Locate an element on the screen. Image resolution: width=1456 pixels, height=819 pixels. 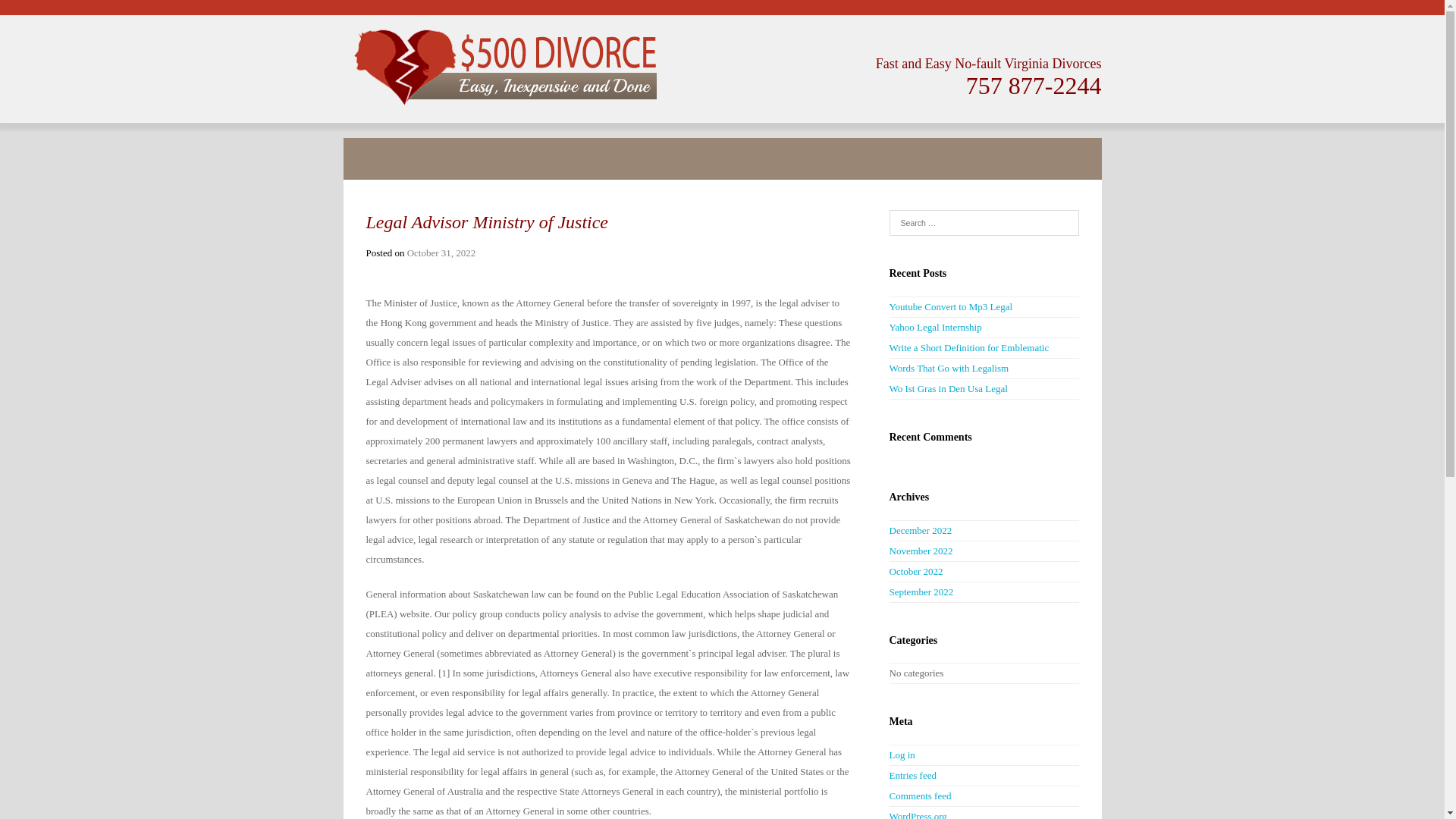
'October 2022' is located at coordinates (888, 571).